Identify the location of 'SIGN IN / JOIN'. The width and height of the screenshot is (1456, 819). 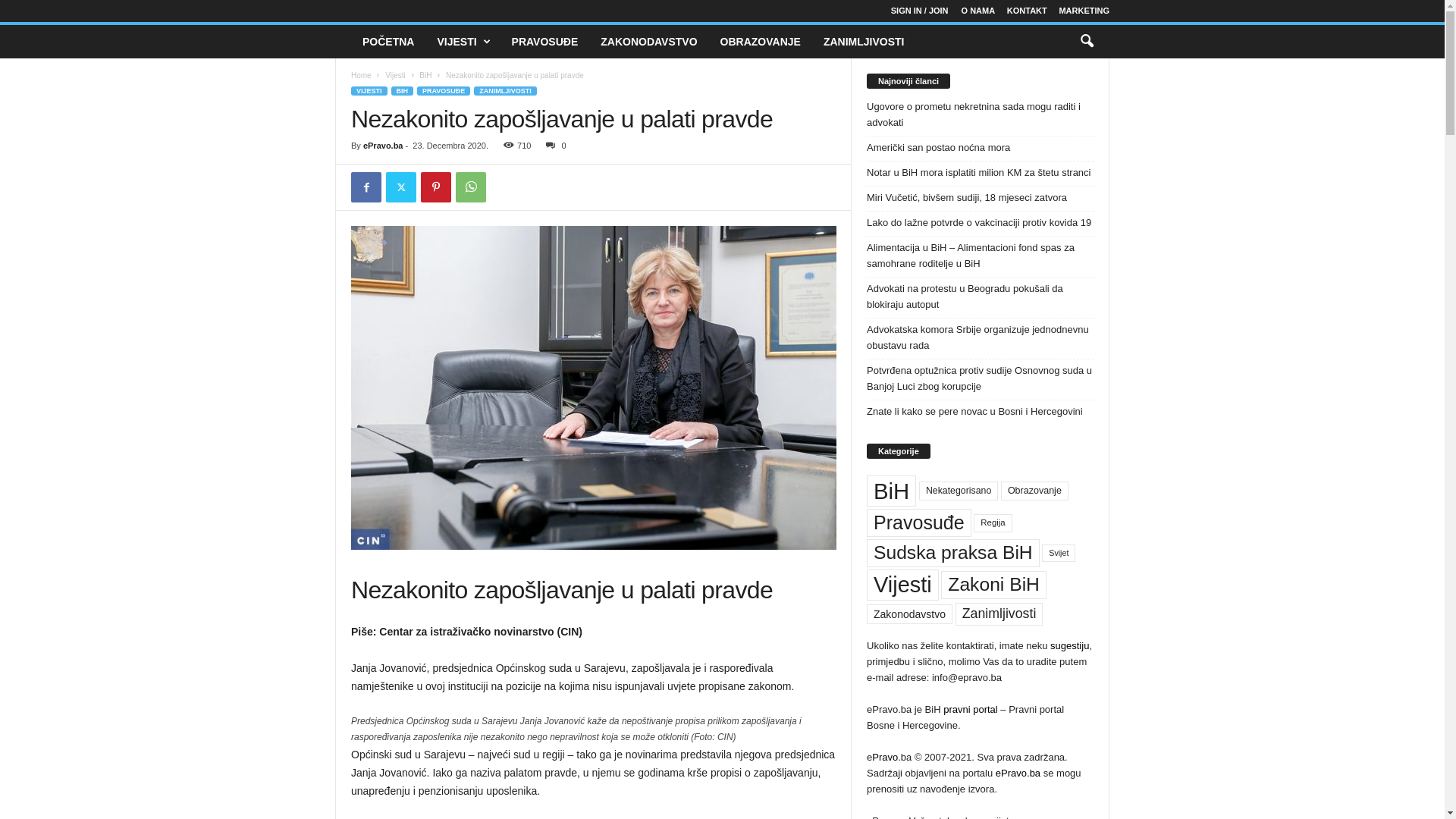
(919, 11).